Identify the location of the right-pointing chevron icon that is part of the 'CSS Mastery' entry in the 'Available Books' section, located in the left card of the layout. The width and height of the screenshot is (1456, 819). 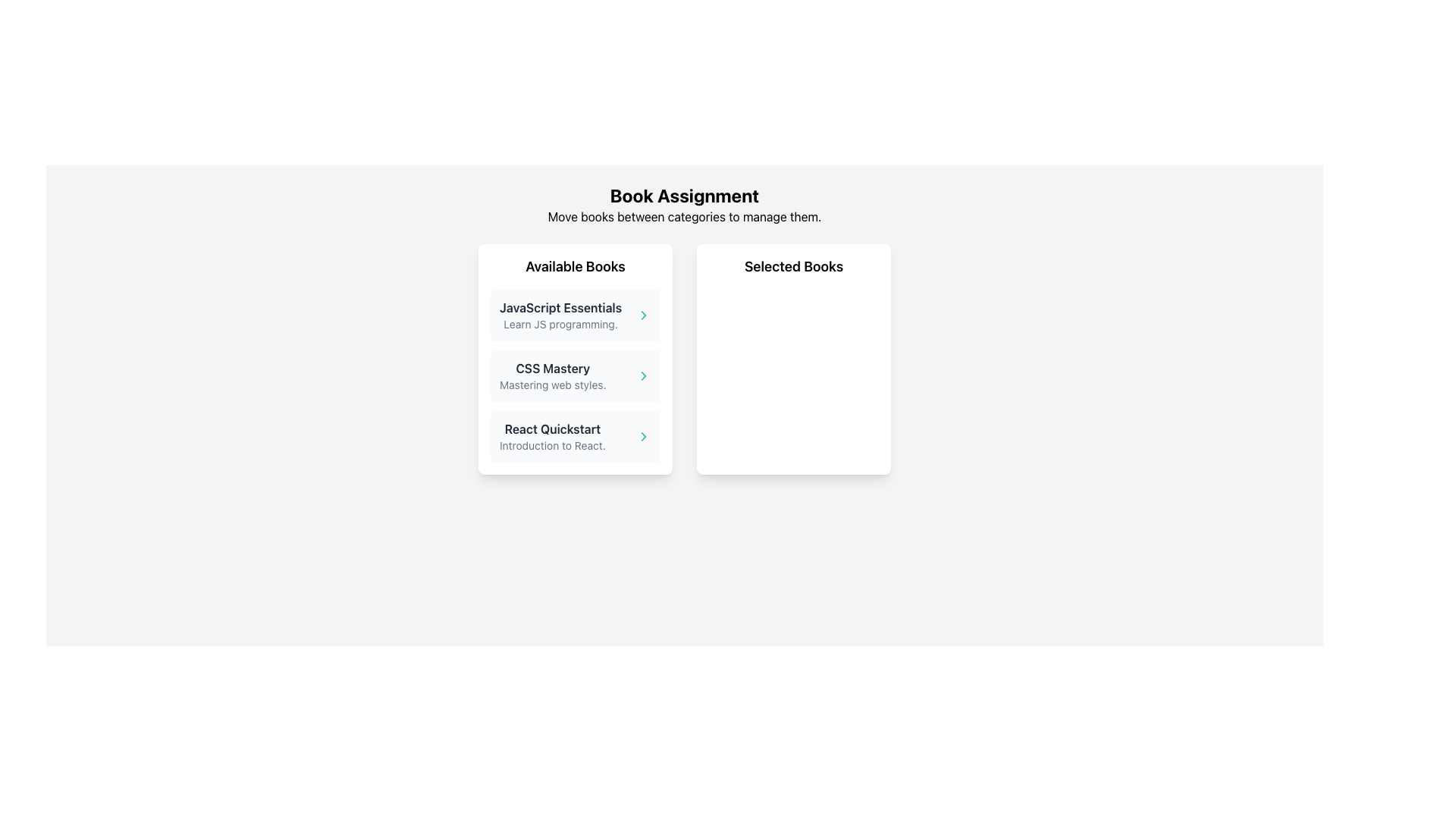
(644, 315).